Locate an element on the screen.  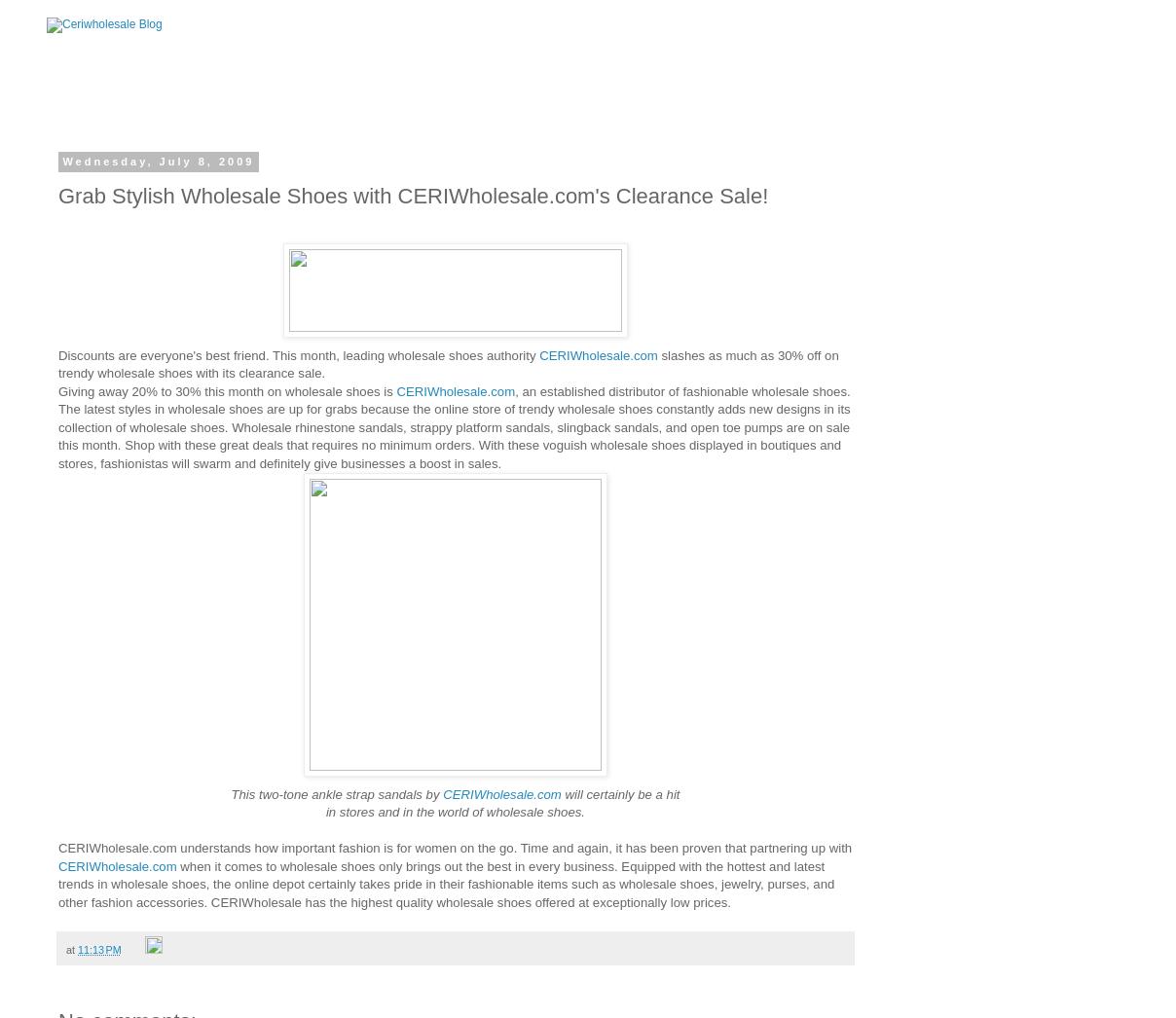
'CERIWholesale.com understands how important fashion is for women on the go. Time and again, it has been proven that partnering up with' is located at coordinates (57, 847).